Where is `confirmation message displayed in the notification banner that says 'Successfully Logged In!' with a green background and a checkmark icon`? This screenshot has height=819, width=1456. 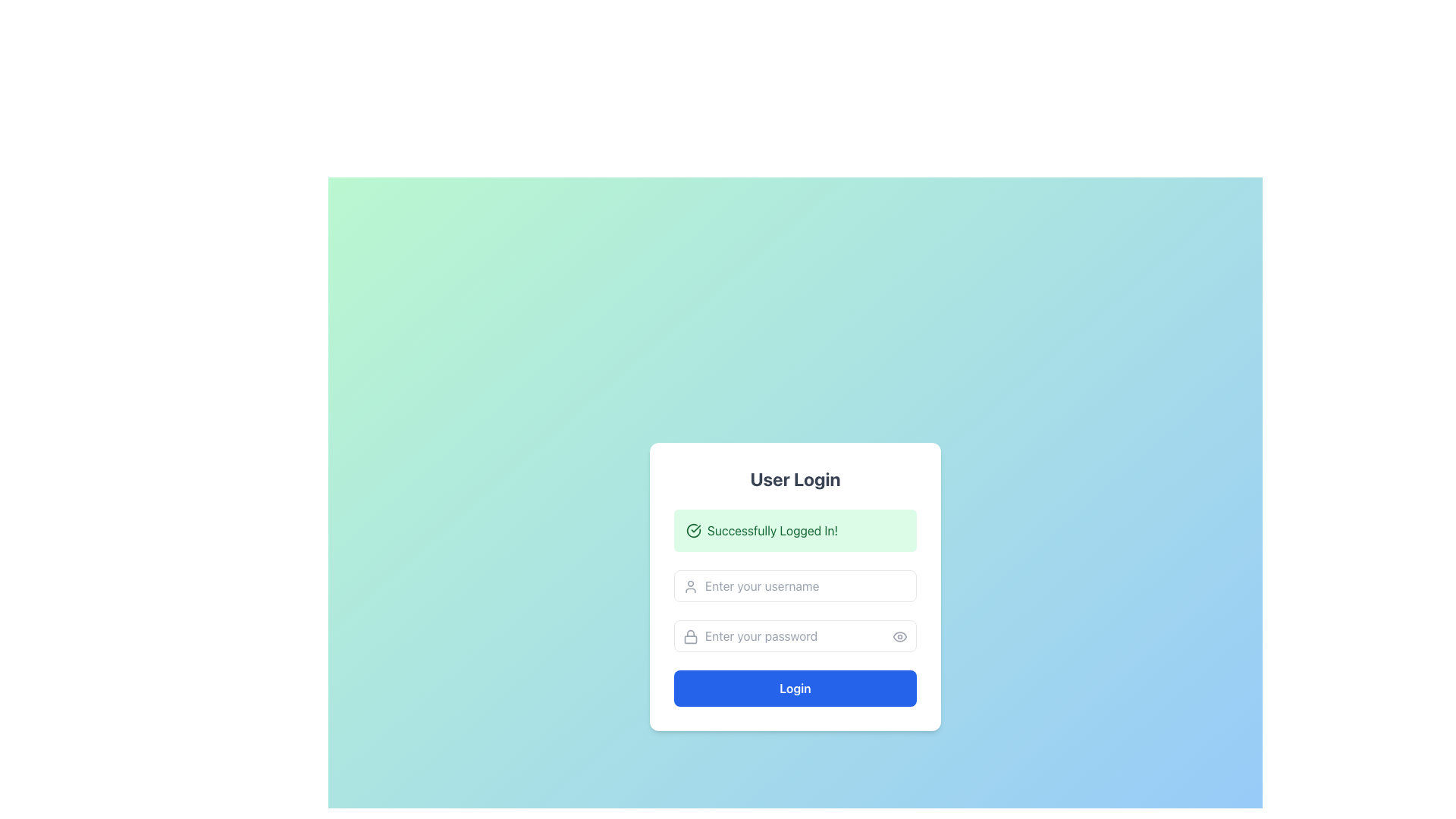
confirmation message displayed in the notification banner that says 'Successfully Logged In!' with a green background and a checkmark icon is located at coordinates (795, 529).